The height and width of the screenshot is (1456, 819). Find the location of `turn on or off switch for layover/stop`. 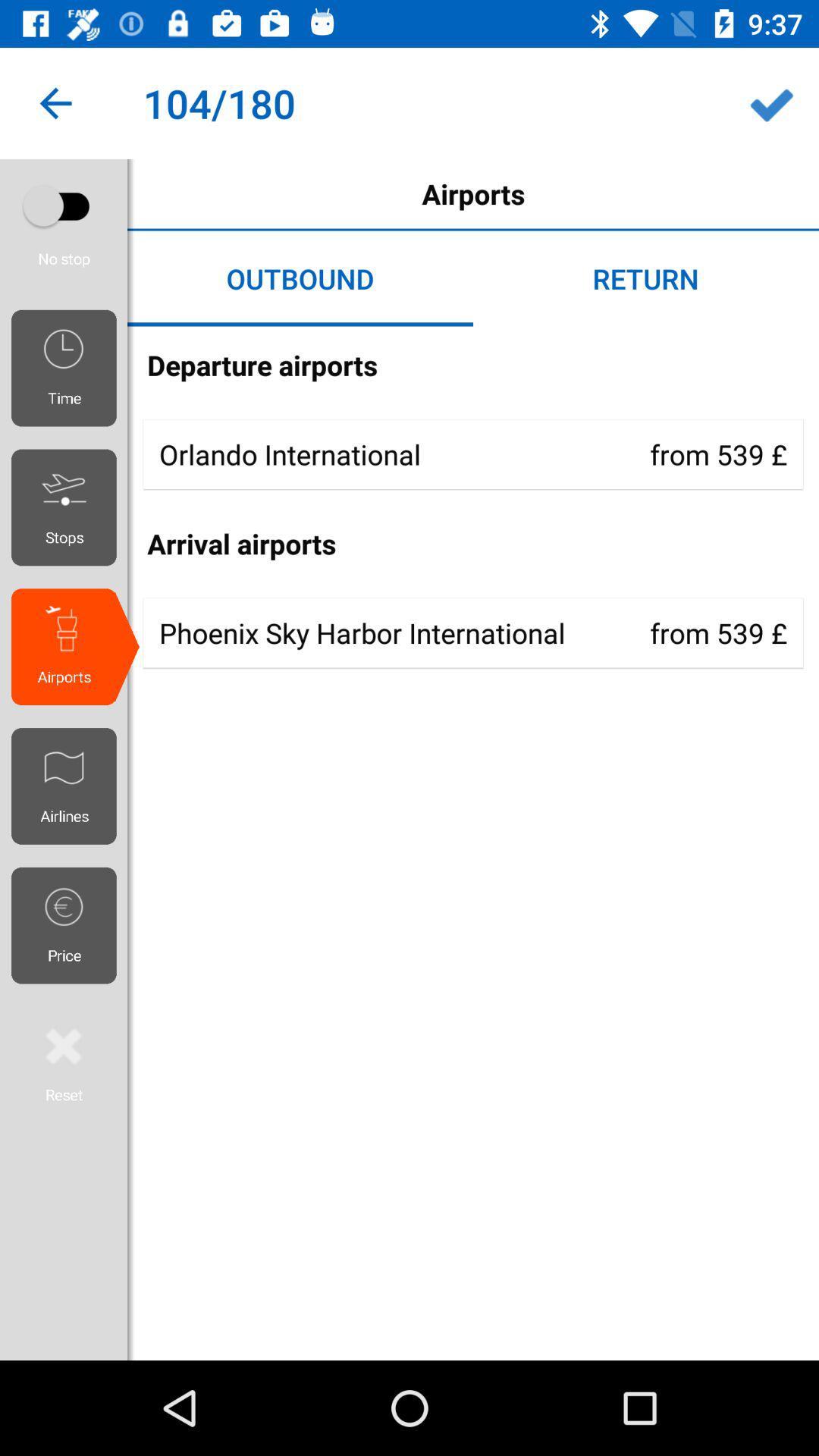

turn on or off switch for layover/stop is located at coordinates (63, 205).